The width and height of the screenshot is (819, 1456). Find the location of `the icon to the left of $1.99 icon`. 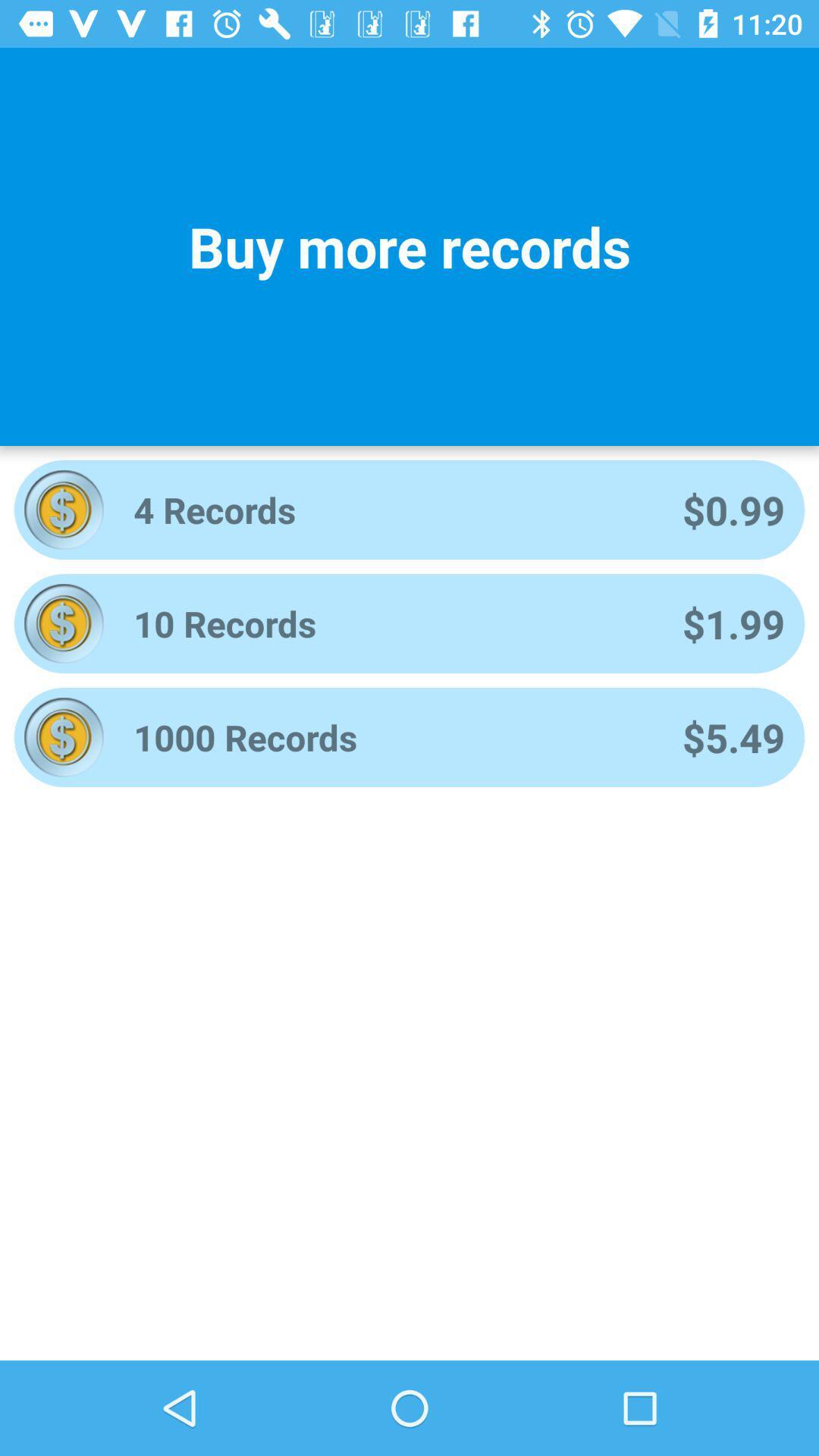

the icon to the left of $1.99 icon is located at coordinates (387, 623).